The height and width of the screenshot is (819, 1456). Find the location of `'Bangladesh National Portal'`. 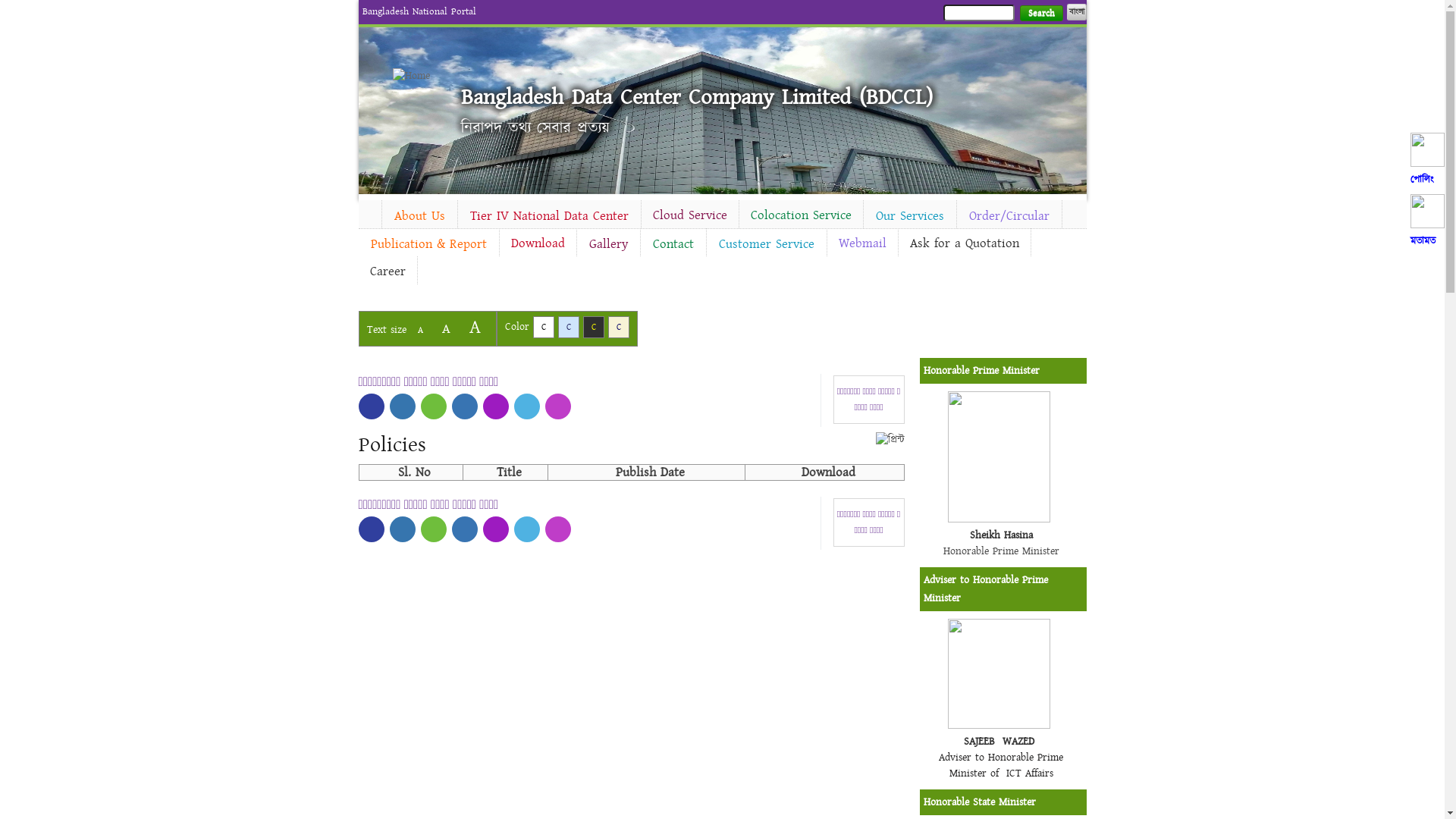

'Bangladesh National Portal' is located at coordinates (419, 11).